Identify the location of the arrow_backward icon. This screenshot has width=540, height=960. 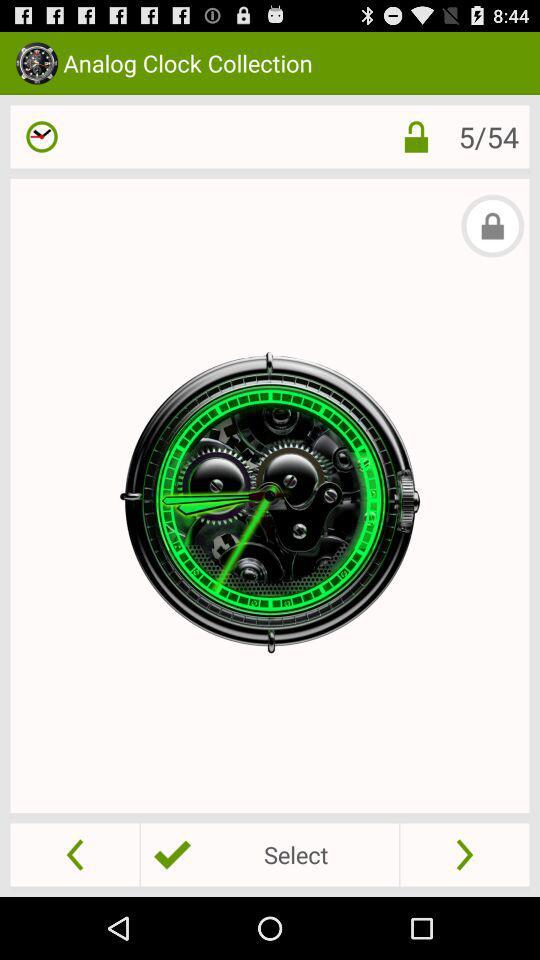
(74, 915).